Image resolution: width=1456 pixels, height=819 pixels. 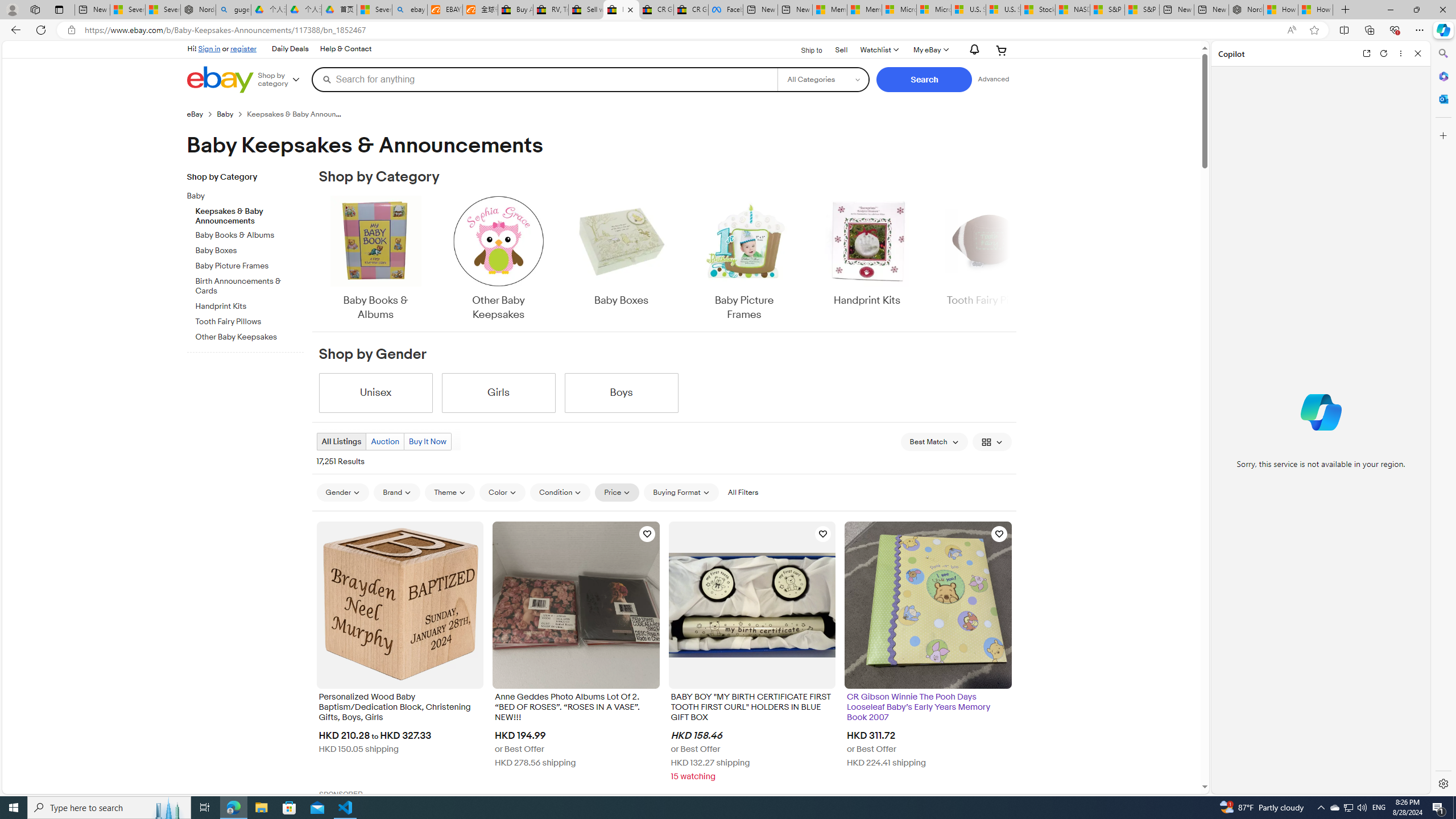 What do you see at coordinates (725, 9) in the screenshot?
I see `'Facebook'` at bounding box center [725, 9].